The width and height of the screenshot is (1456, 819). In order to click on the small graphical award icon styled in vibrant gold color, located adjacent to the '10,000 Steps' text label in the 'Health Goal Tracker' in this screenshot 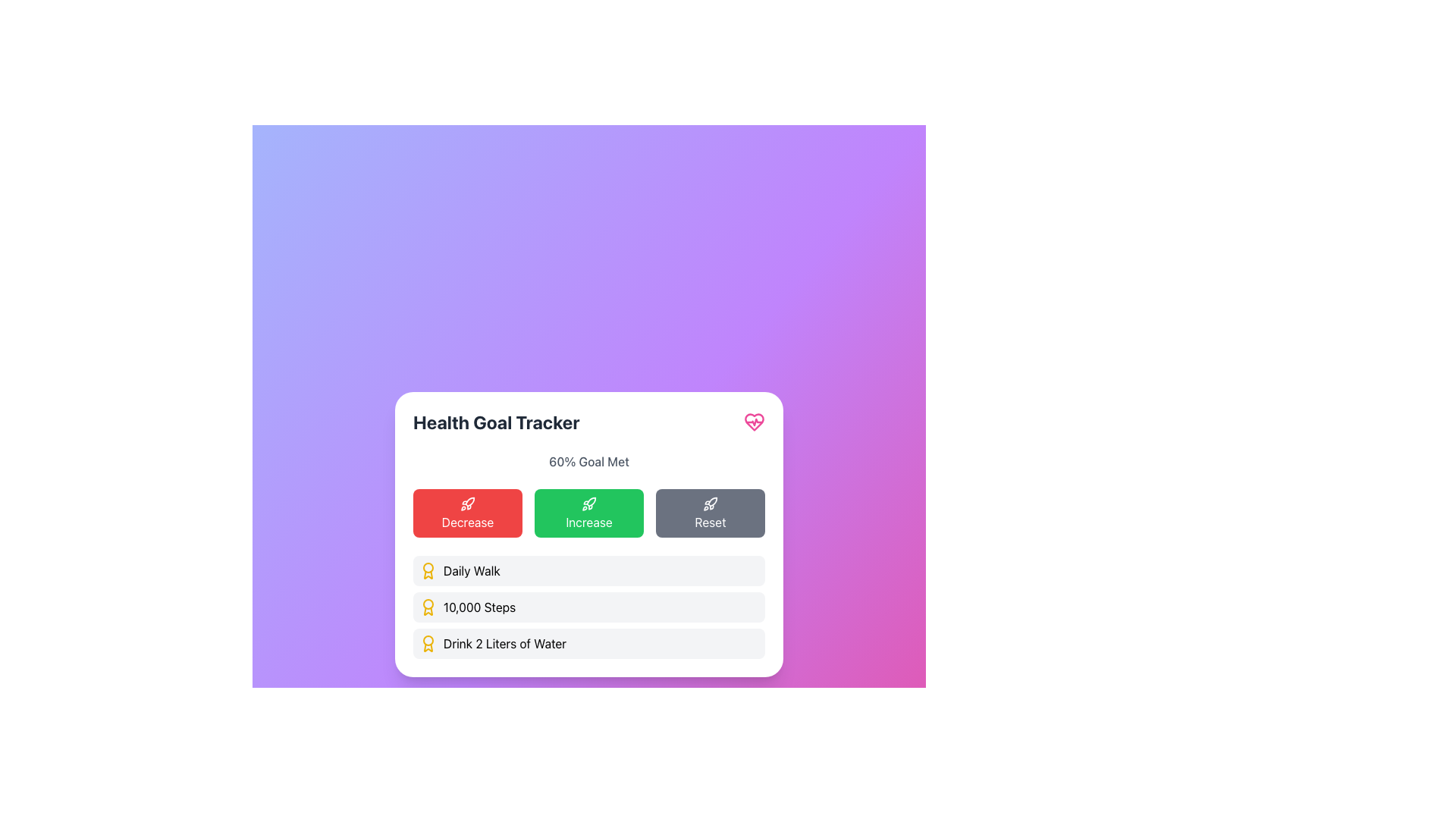, I will do `click(428, 607)`.